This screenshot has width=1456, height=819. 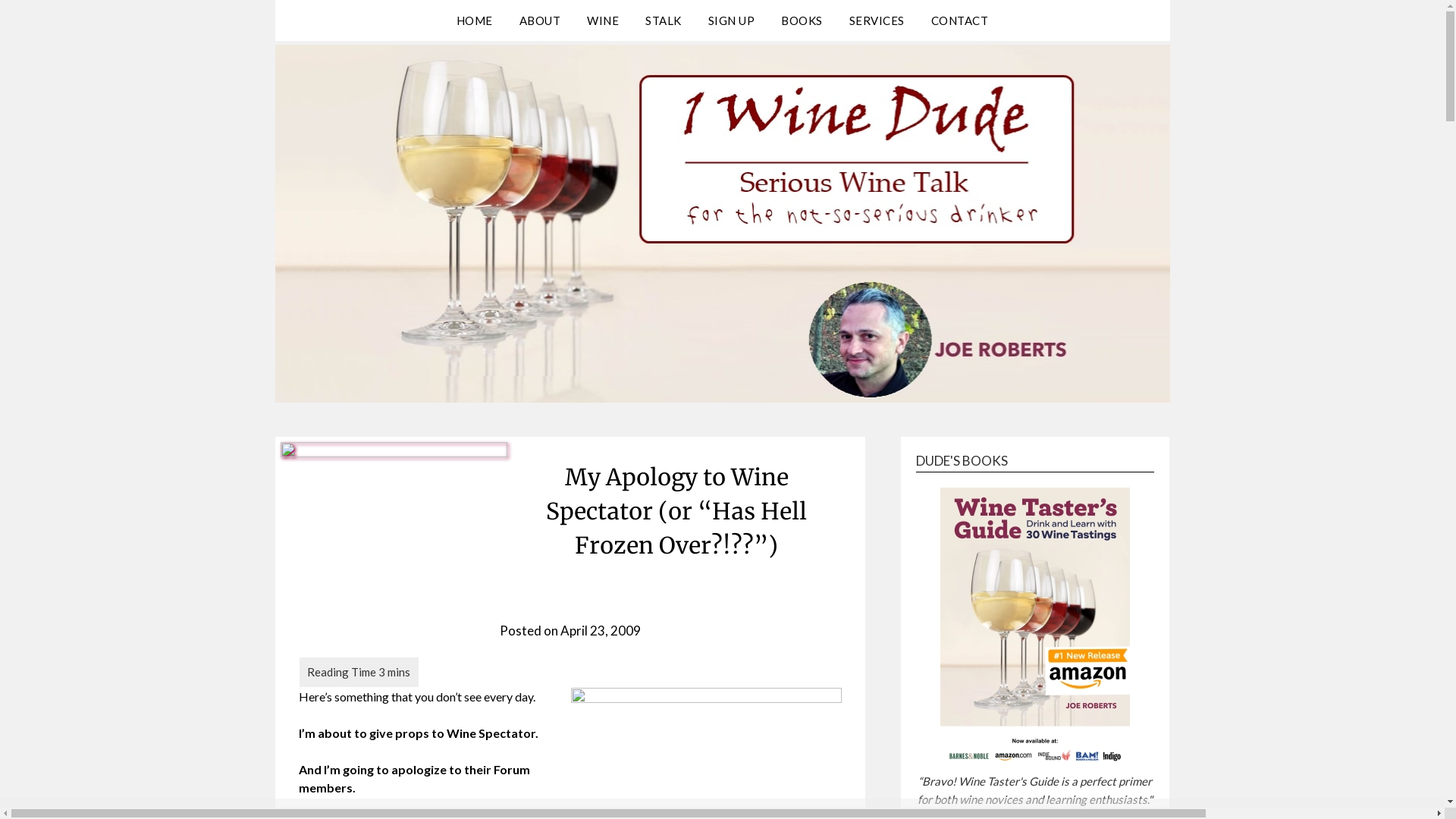 What do you see at coordinates (540, 20) in the screenshot?
I see `'ABOUT'` at bounding box center [540, 20].